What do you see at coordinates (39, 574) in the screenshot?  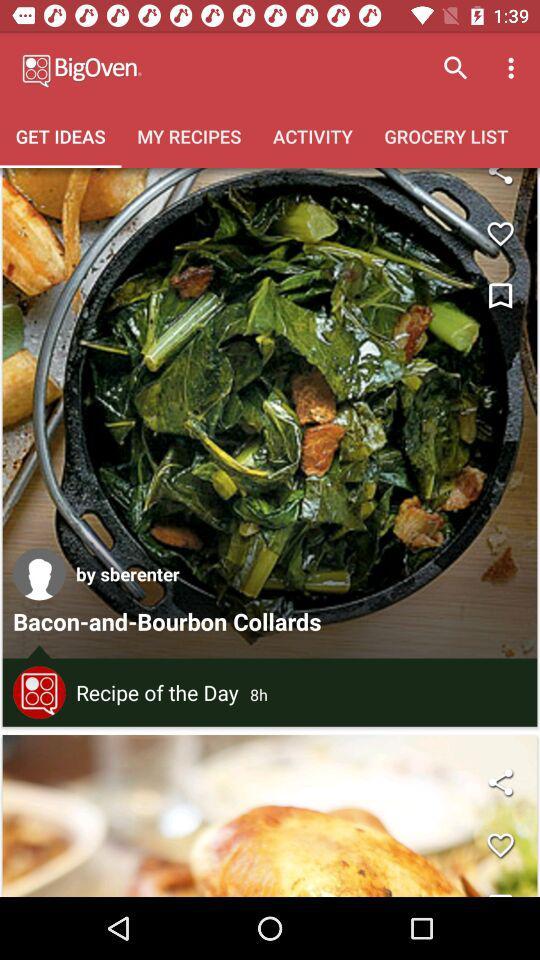 I see `icon to the left of by sberenter icon` at bounding box center [39, 574].